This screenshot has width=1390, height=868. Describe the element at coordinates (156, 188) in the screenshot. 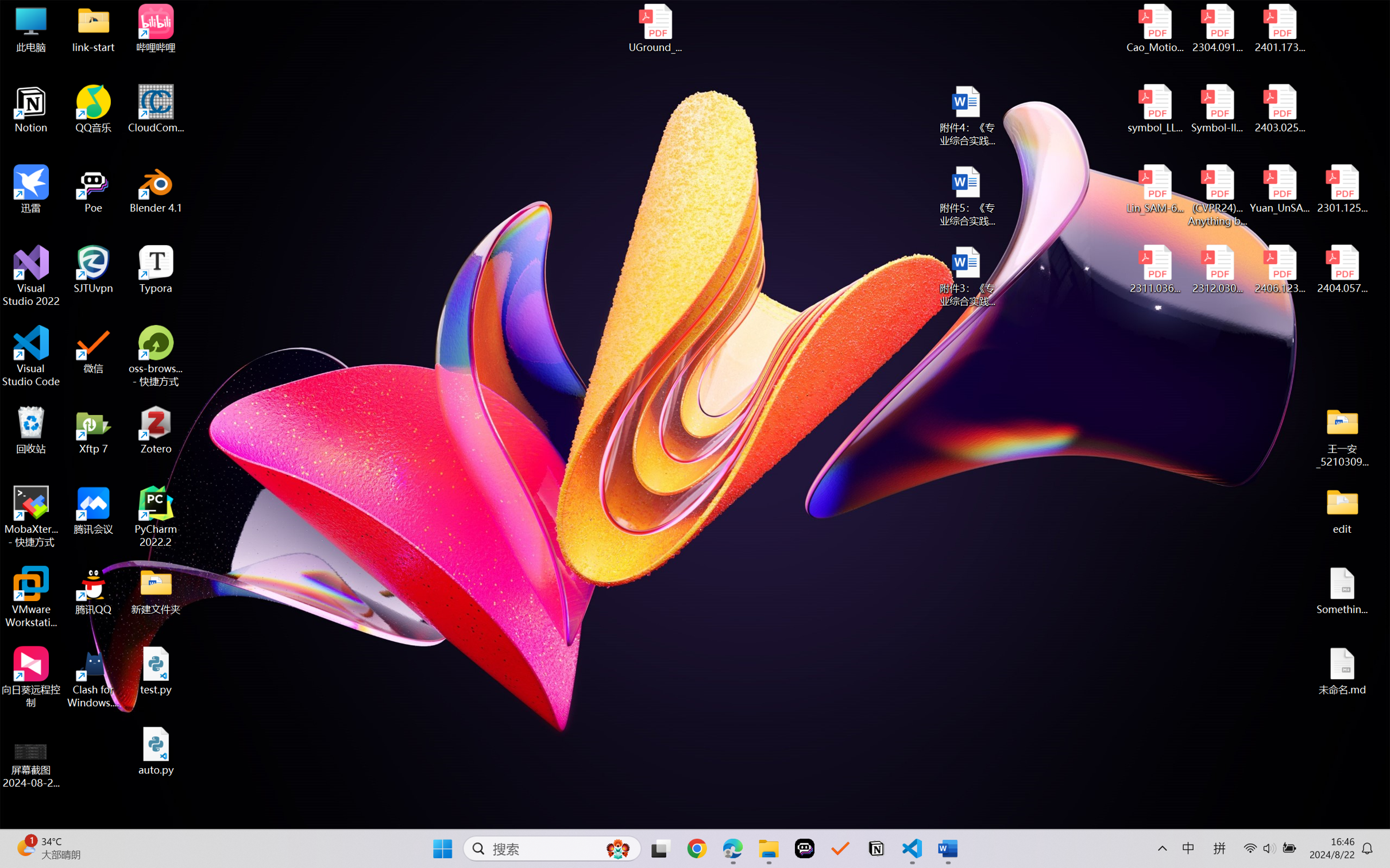

I see `'Blender 4.1'` at that location.